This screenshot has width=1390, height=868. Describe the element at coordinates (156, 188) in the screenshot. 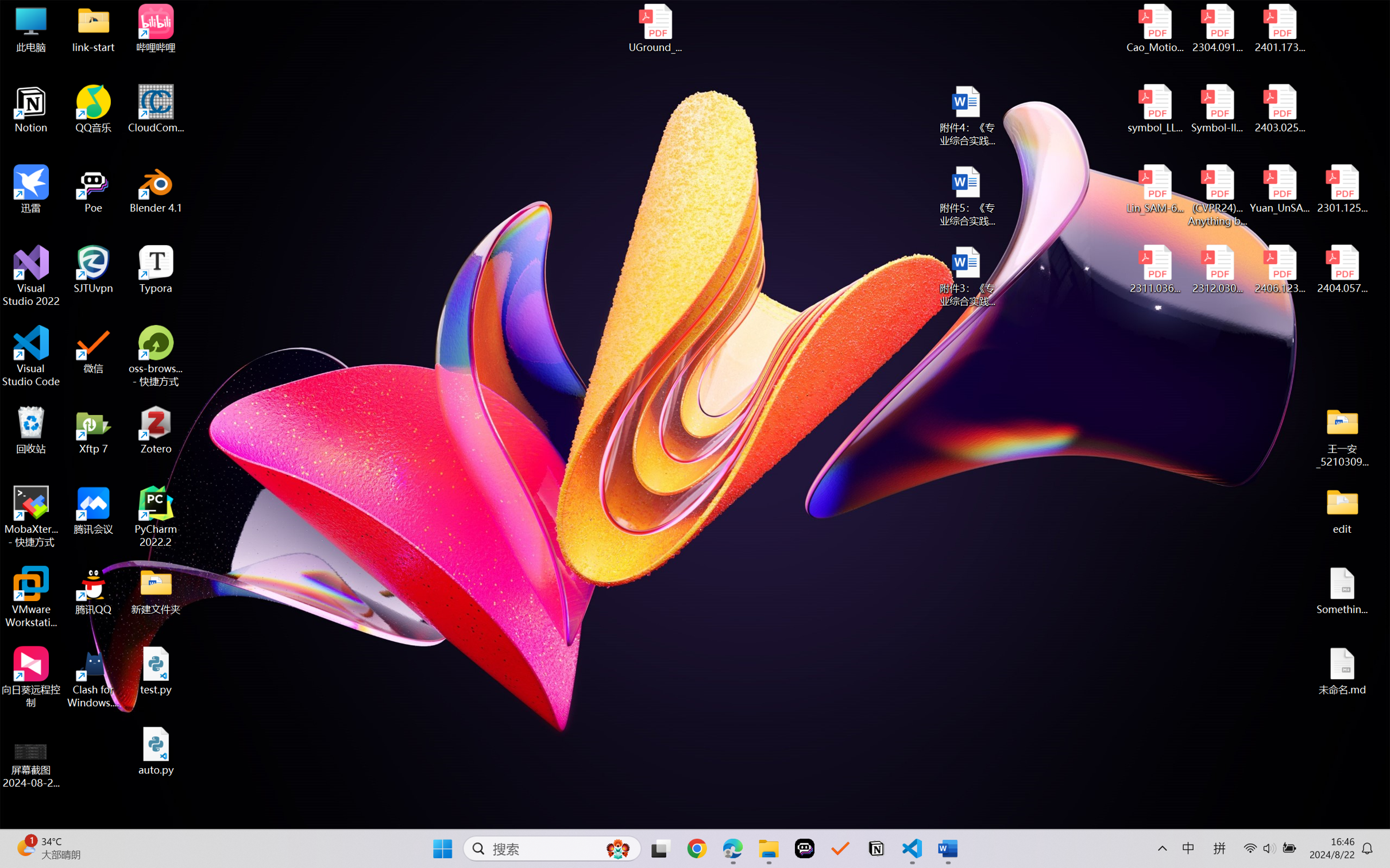

I see `'Blender 4.1'` at that location.